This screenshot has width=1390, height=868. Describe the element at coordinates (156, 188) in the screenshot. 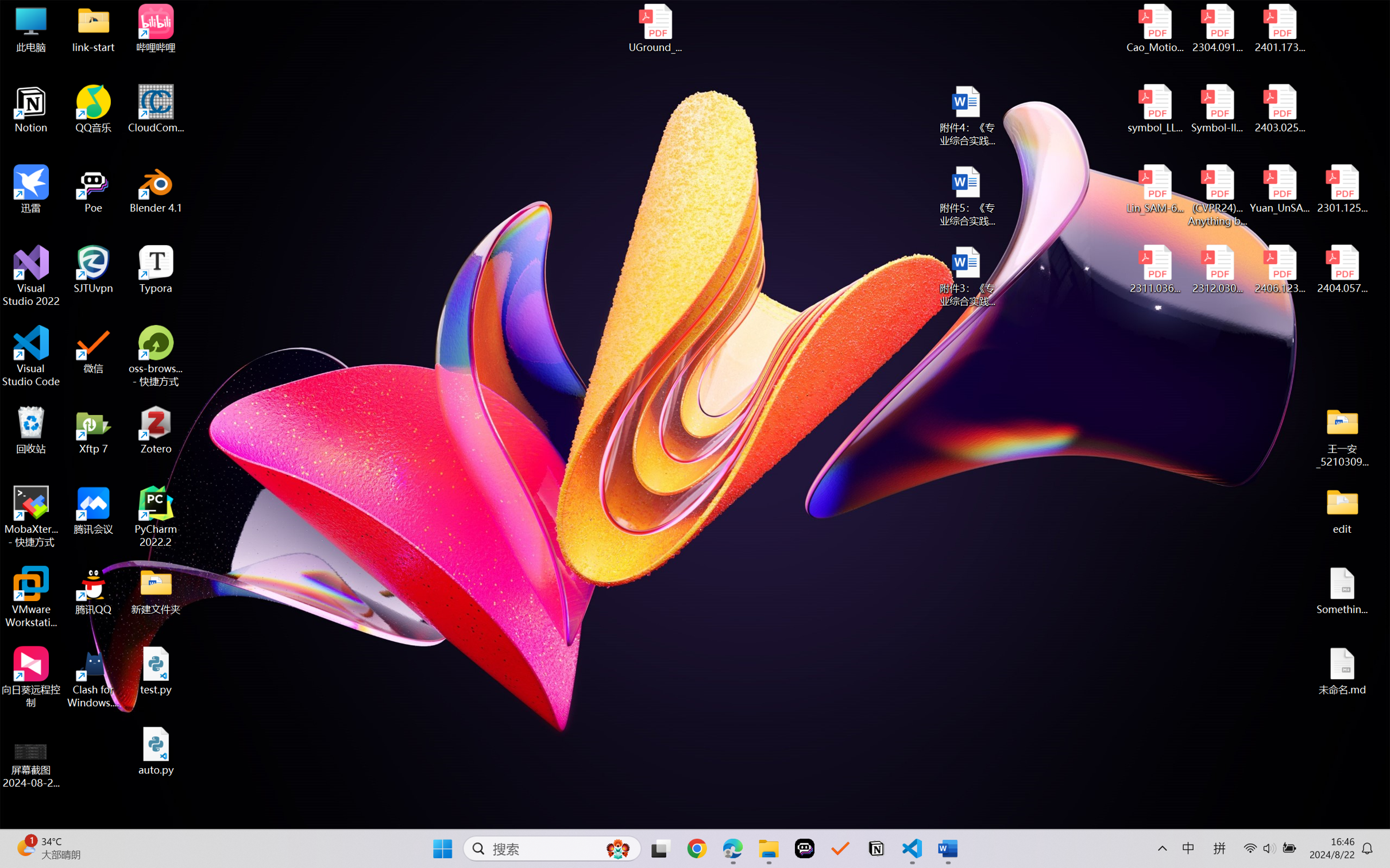

I see `'Blender 4.1'` at that location.